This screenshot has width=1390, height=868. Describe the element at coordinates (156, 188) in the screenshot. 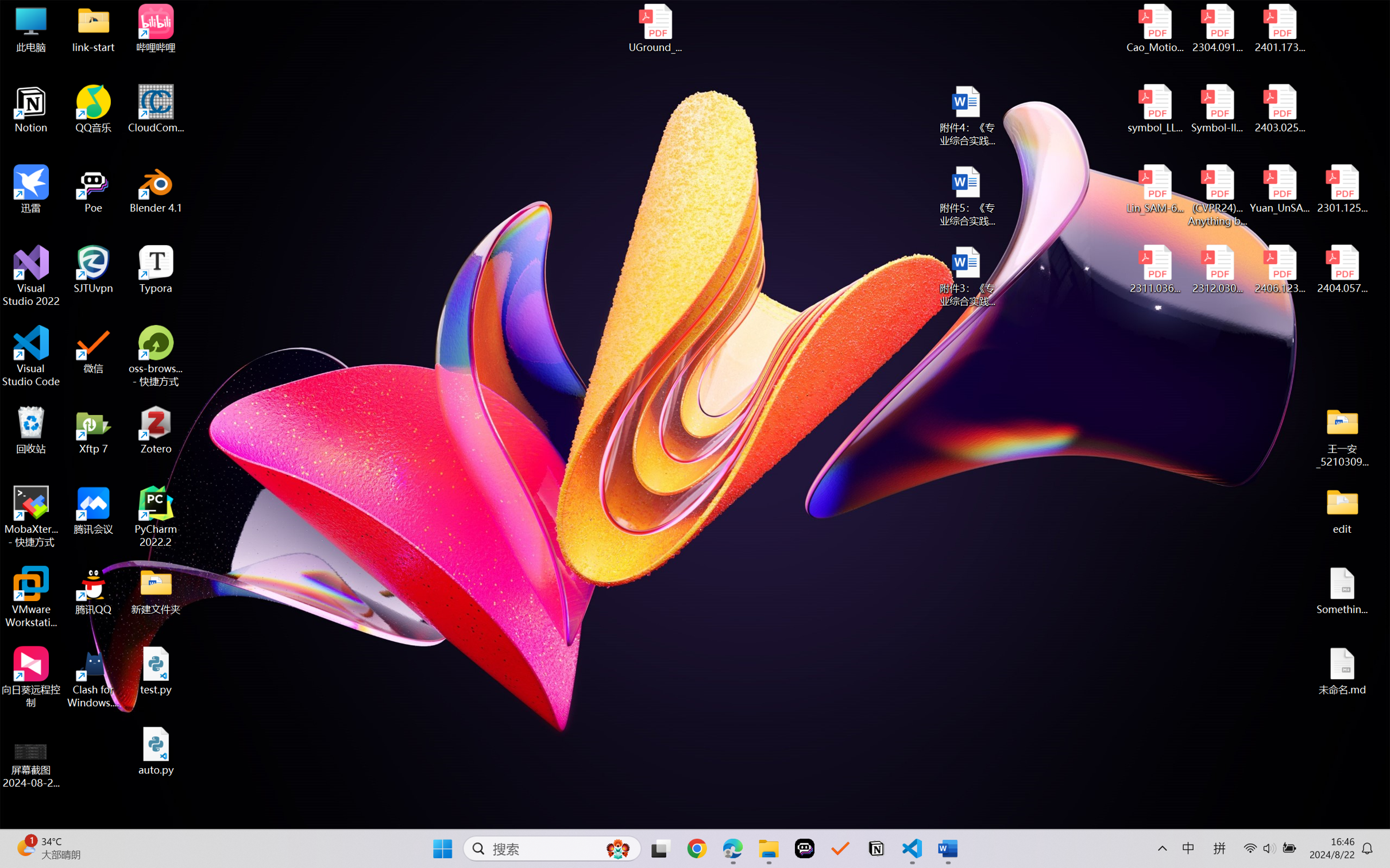

I see `'Blender 4.1'` at that location.